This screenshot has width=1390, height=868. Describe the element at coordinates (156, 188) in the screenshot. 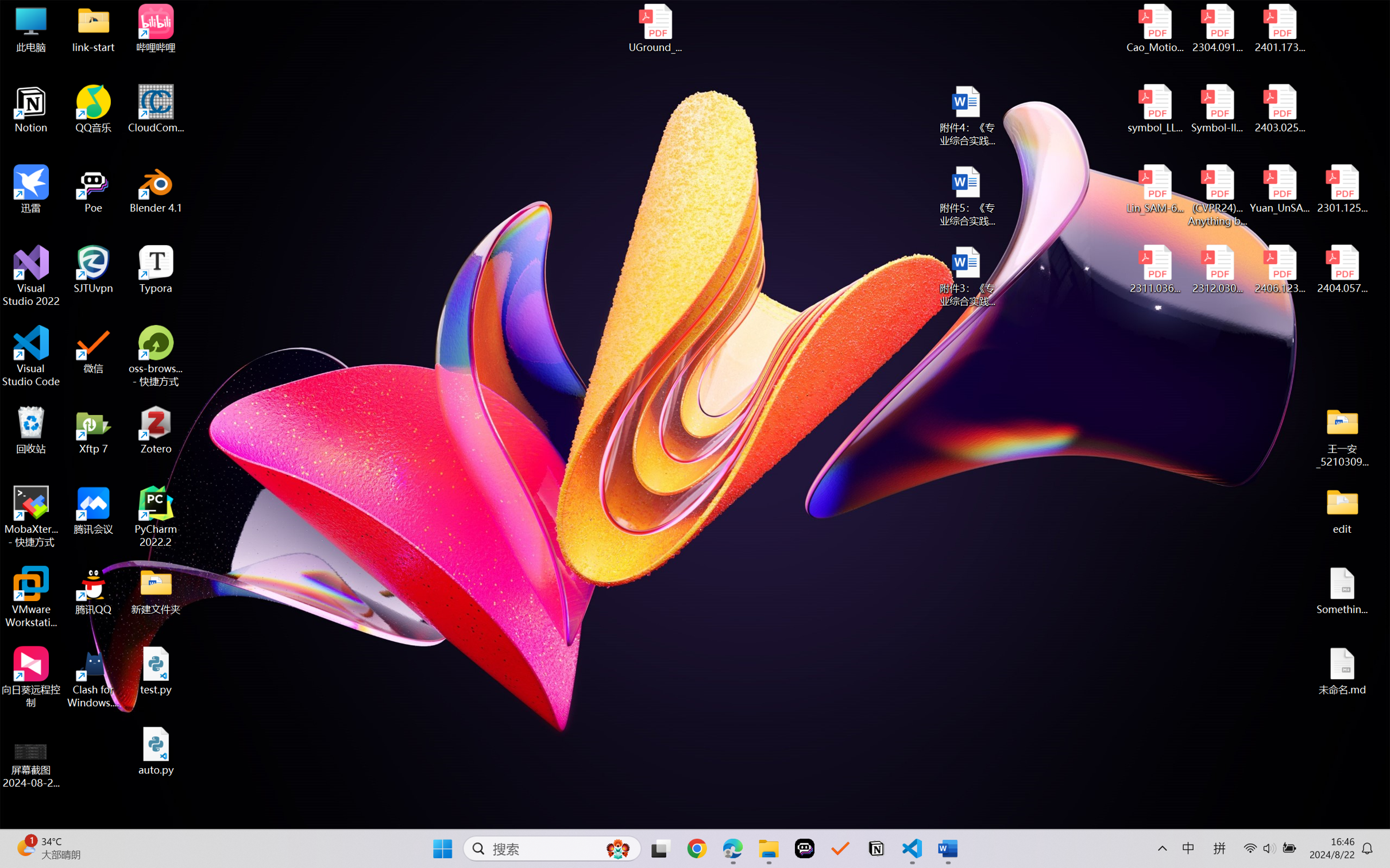

I see `'Blender 4.1'` at that location.